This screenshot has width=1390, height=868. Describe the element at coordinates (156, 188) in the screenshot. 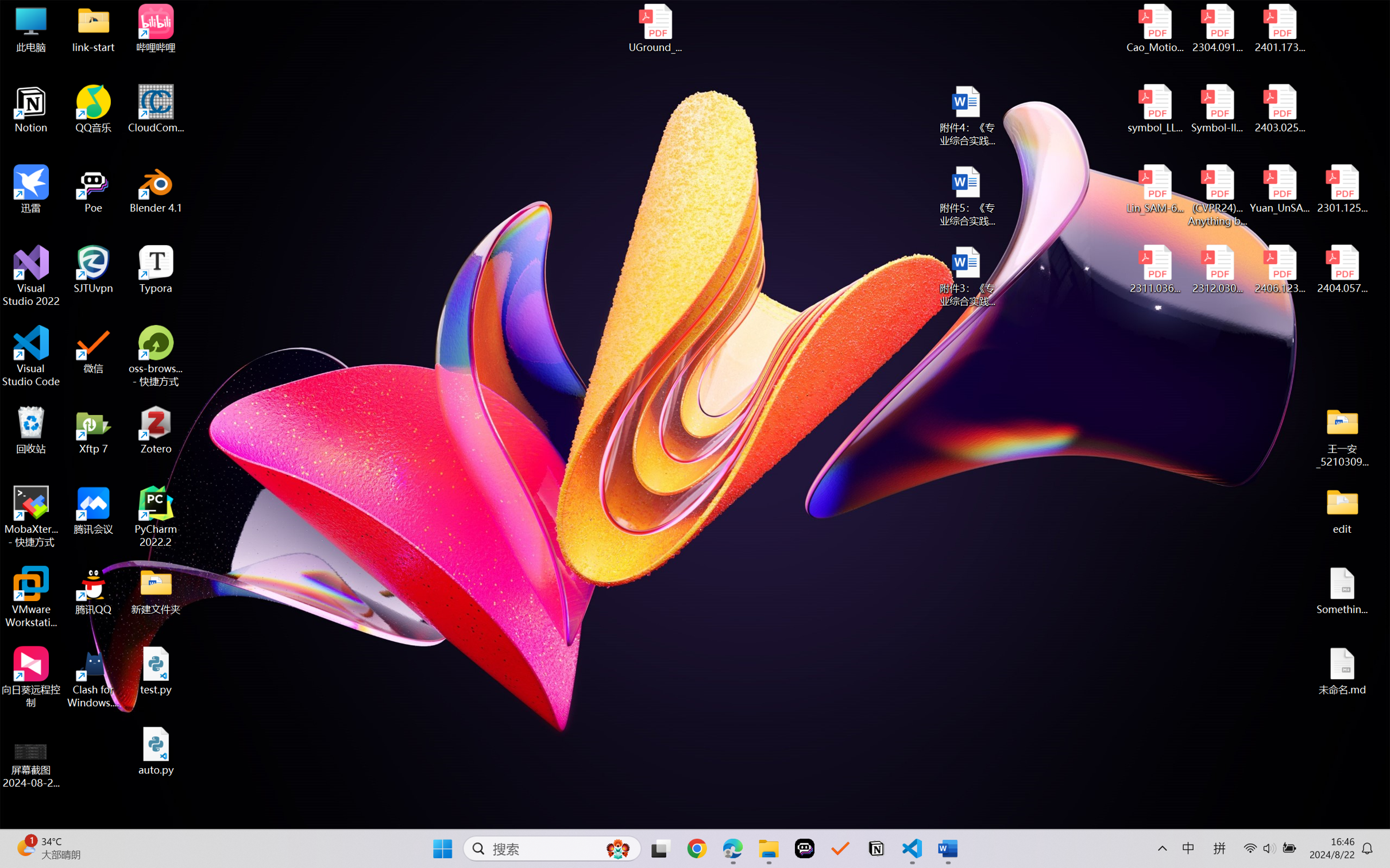

I see `'Blender 4.1'` at that location.